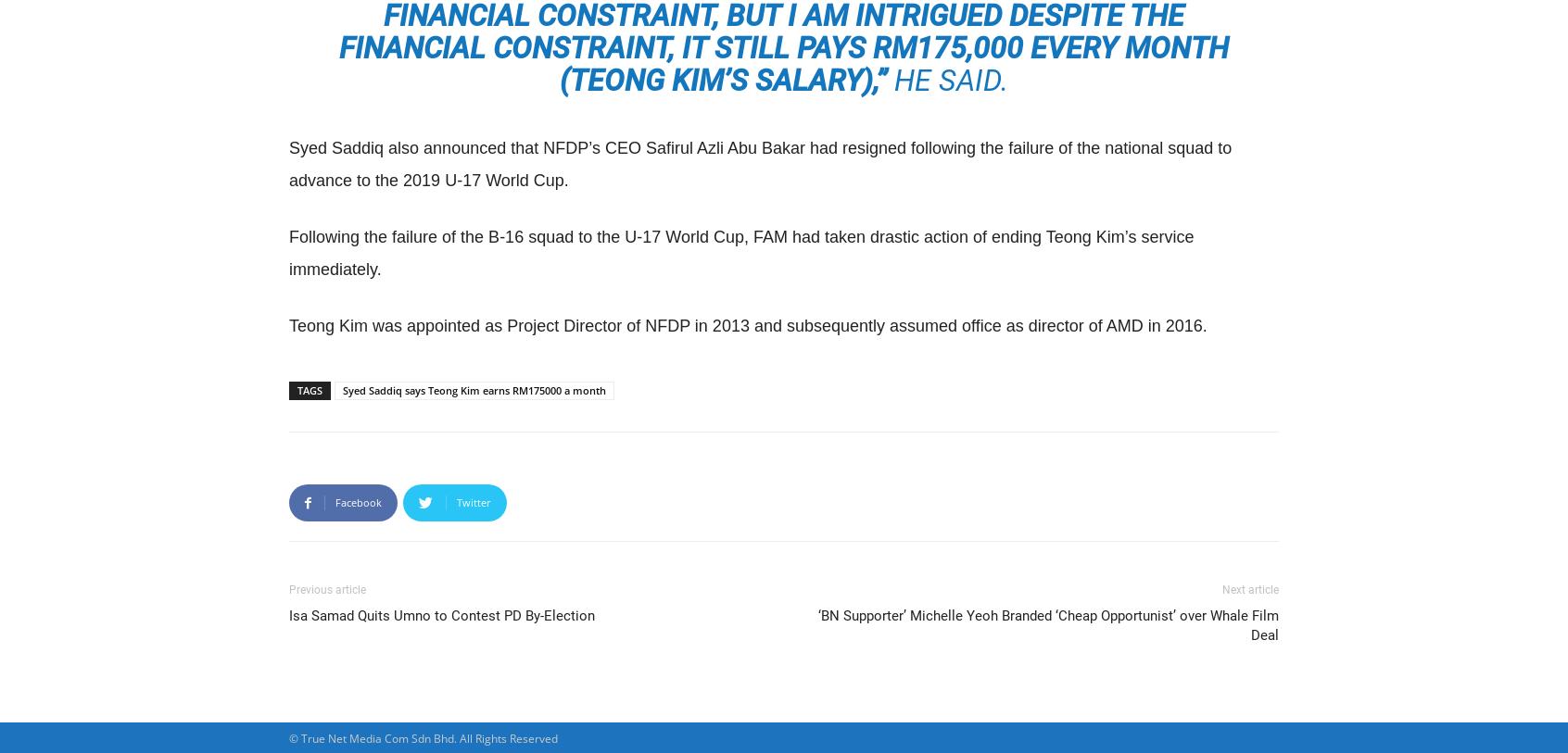 The height and width of the screenshot is (753, 1568). I want to click on 'TAGS', so click(296, 390).